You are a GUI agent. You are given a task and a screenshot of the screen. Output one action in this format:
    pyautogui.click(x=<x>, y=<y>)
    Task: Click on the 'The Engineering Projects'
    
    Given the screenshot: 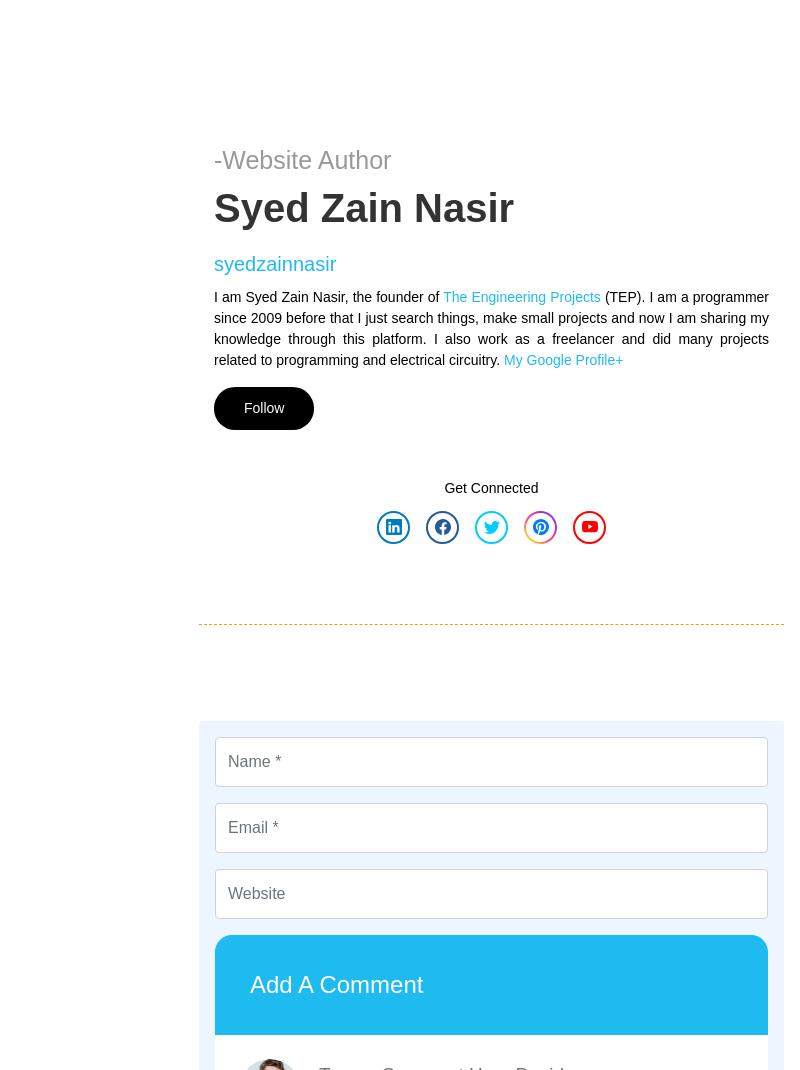 What is the action you would take?
    pyautogui.click(x=520, y=295)
    